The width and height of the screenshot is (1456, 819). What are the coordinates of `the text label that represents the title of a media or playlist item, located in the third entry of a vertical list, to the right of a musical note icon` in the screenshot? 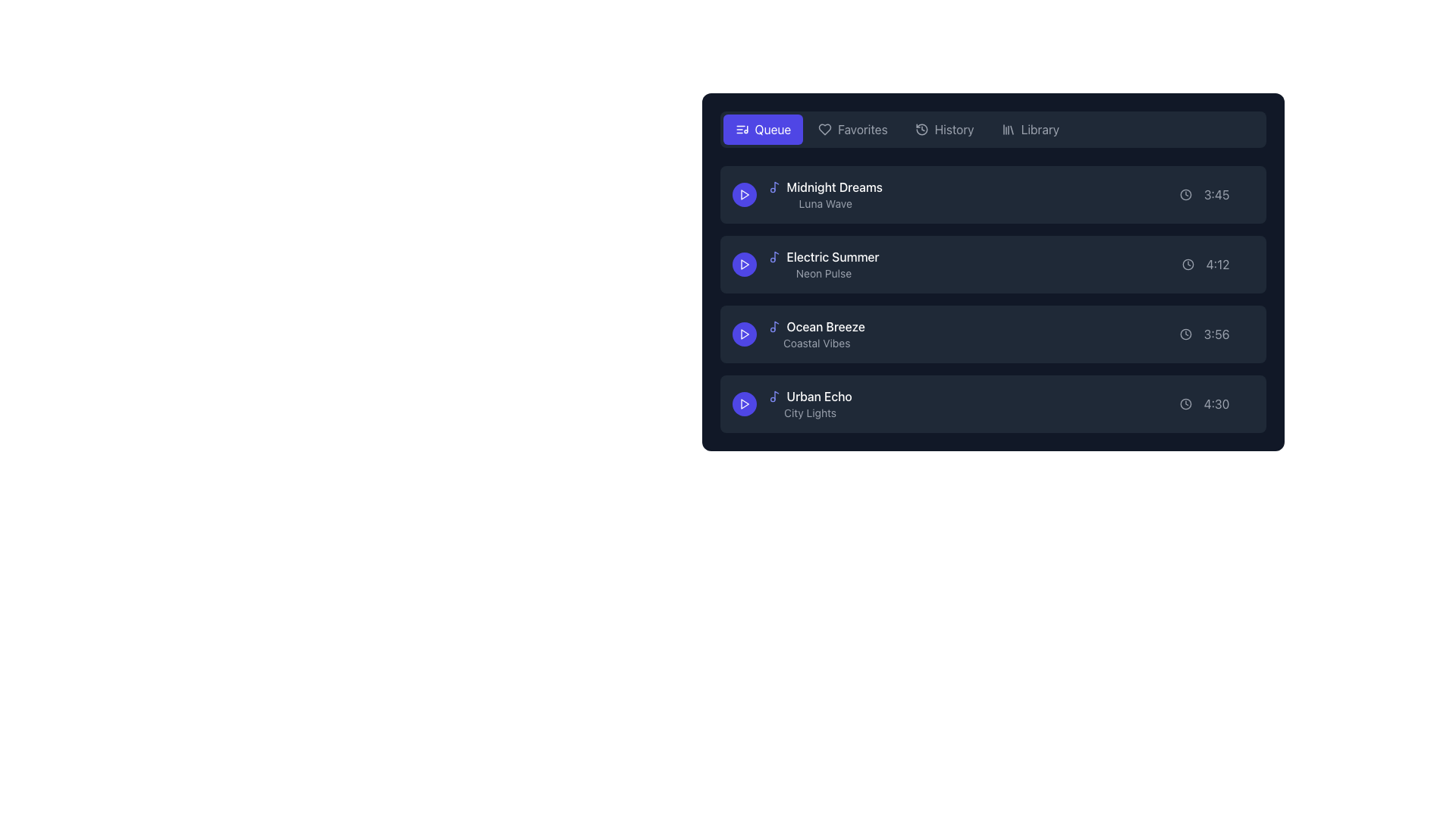 It's located at (825, 326).